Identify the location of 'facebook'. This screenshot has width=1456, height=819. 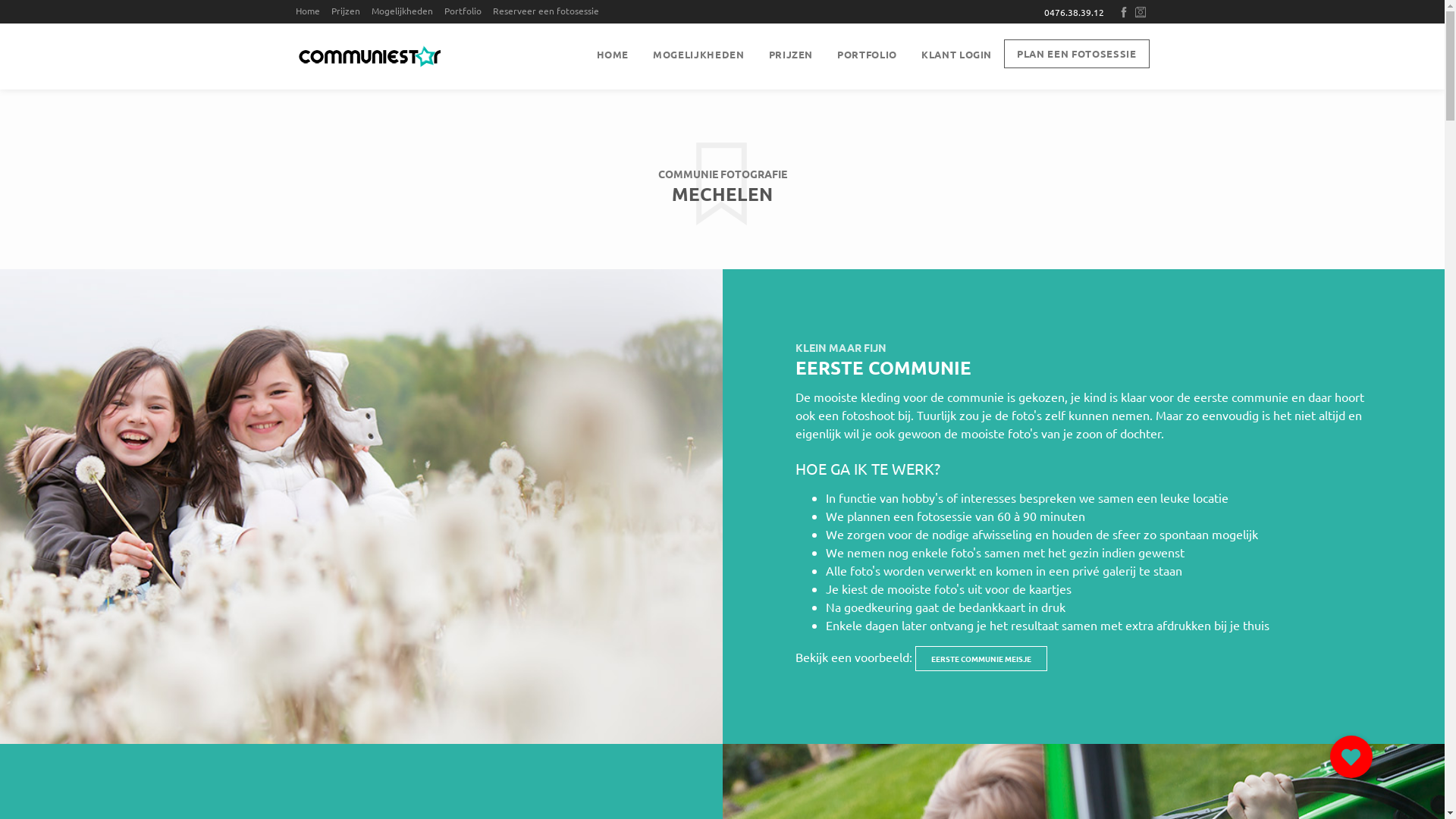
(1125, 11).